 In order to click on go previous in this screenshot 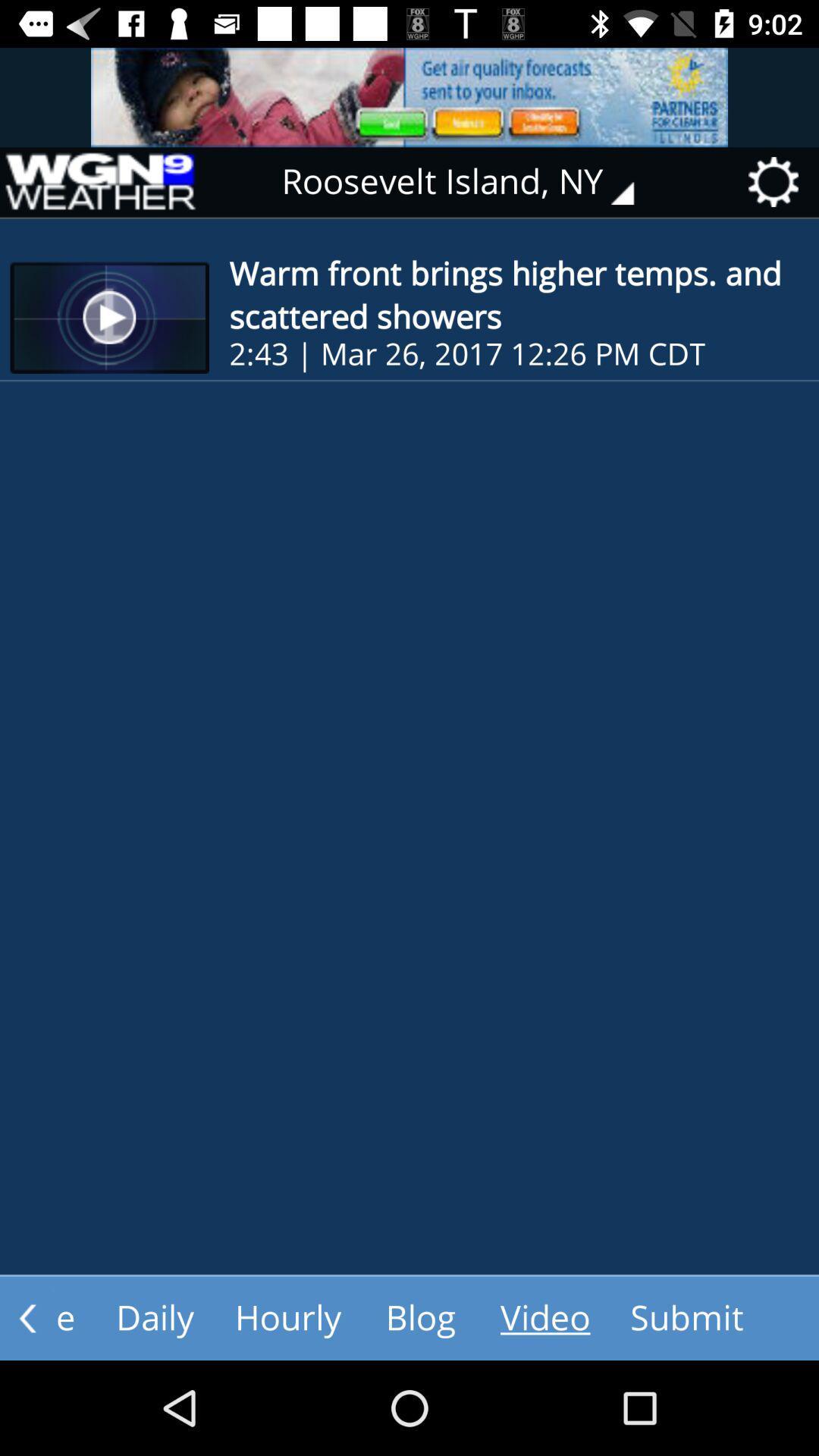, I will do `click(27, 1317)`.